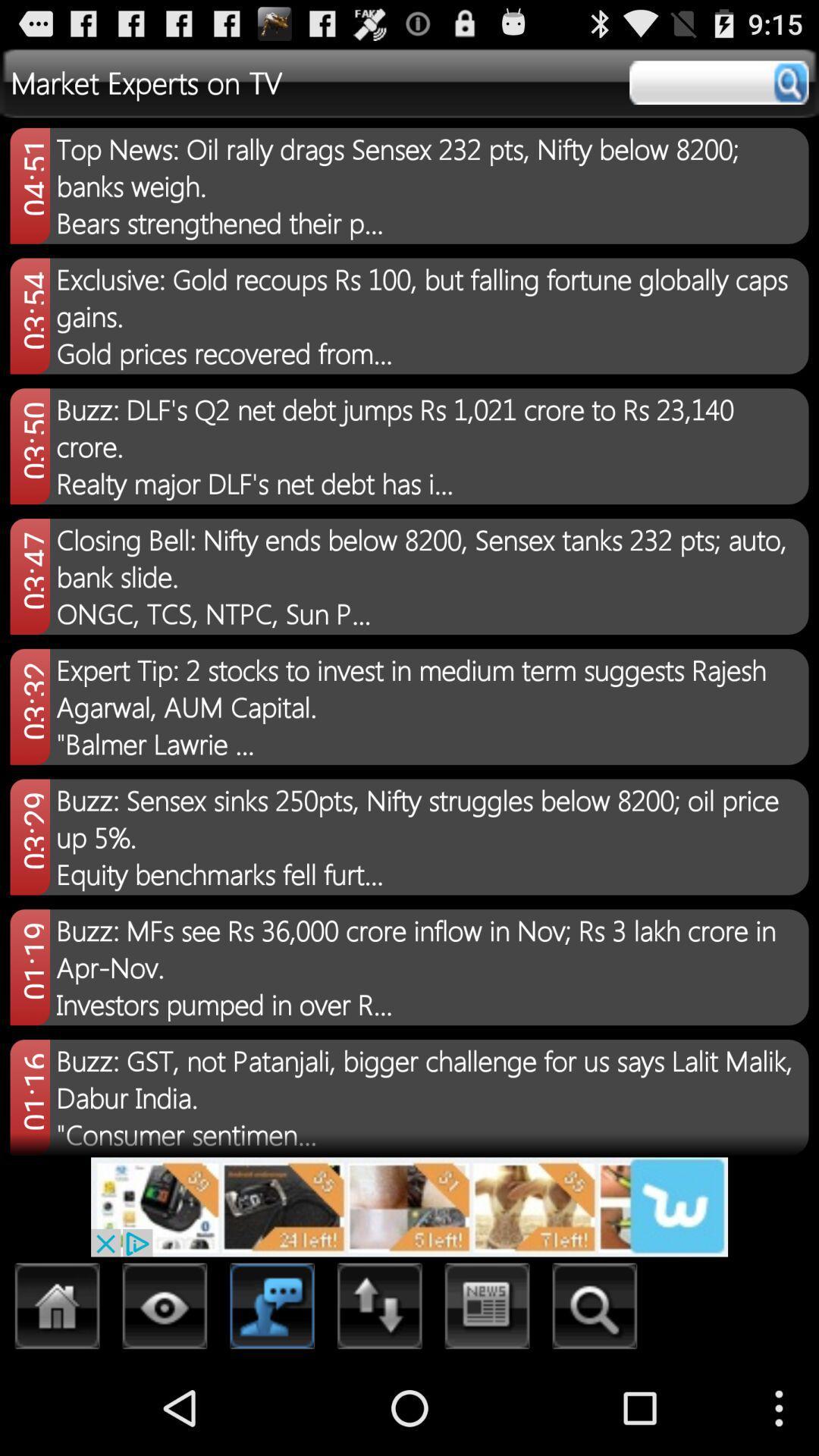  Describe the element at coordinates (488, 1310) in the screenshot. I see `open news` at that location.